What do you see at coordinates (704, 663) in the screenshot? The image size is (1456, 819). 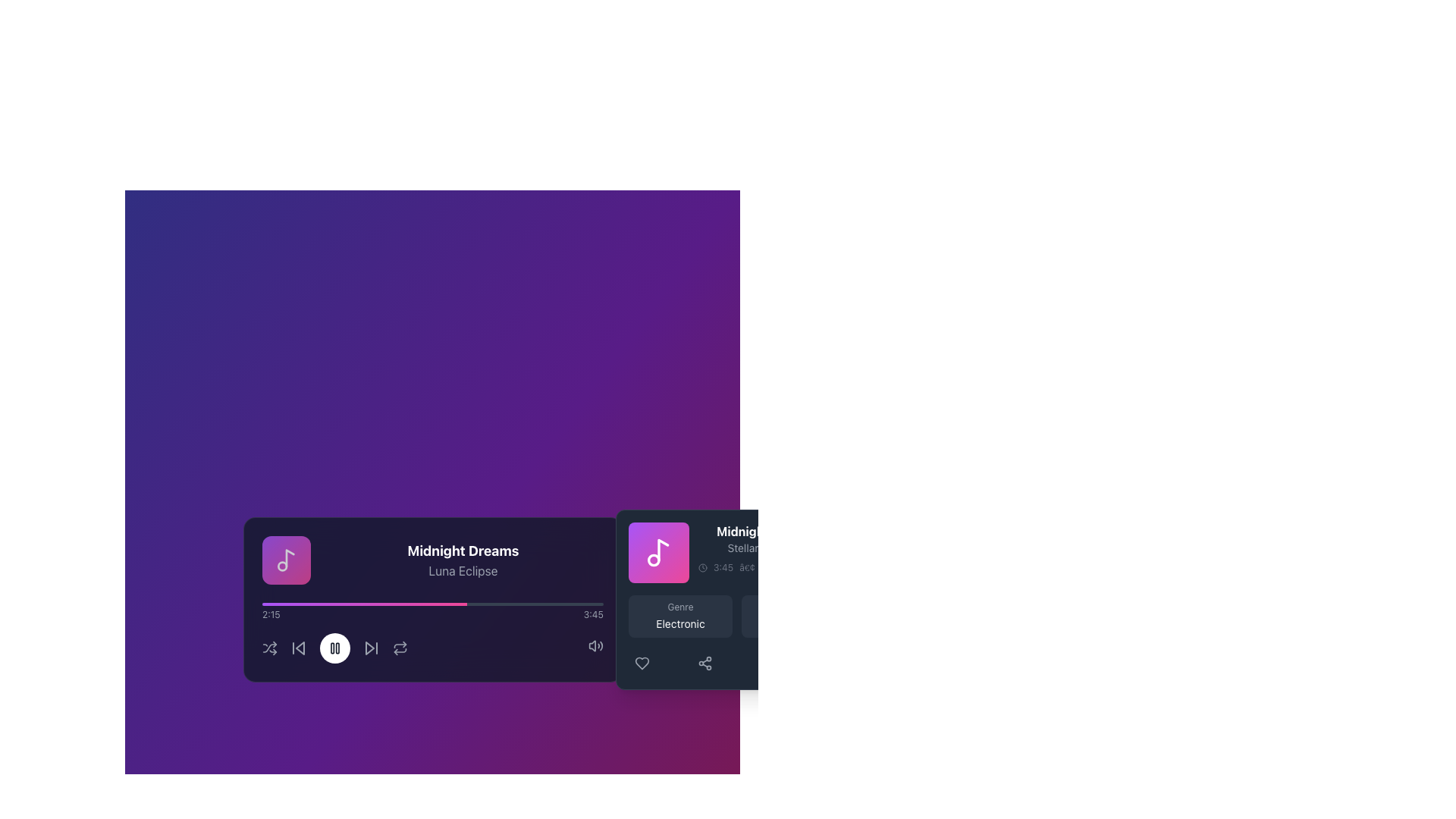 I see `the Share icon located at the bottom-right corner of the music track details section` at bounding box center [704, 663].